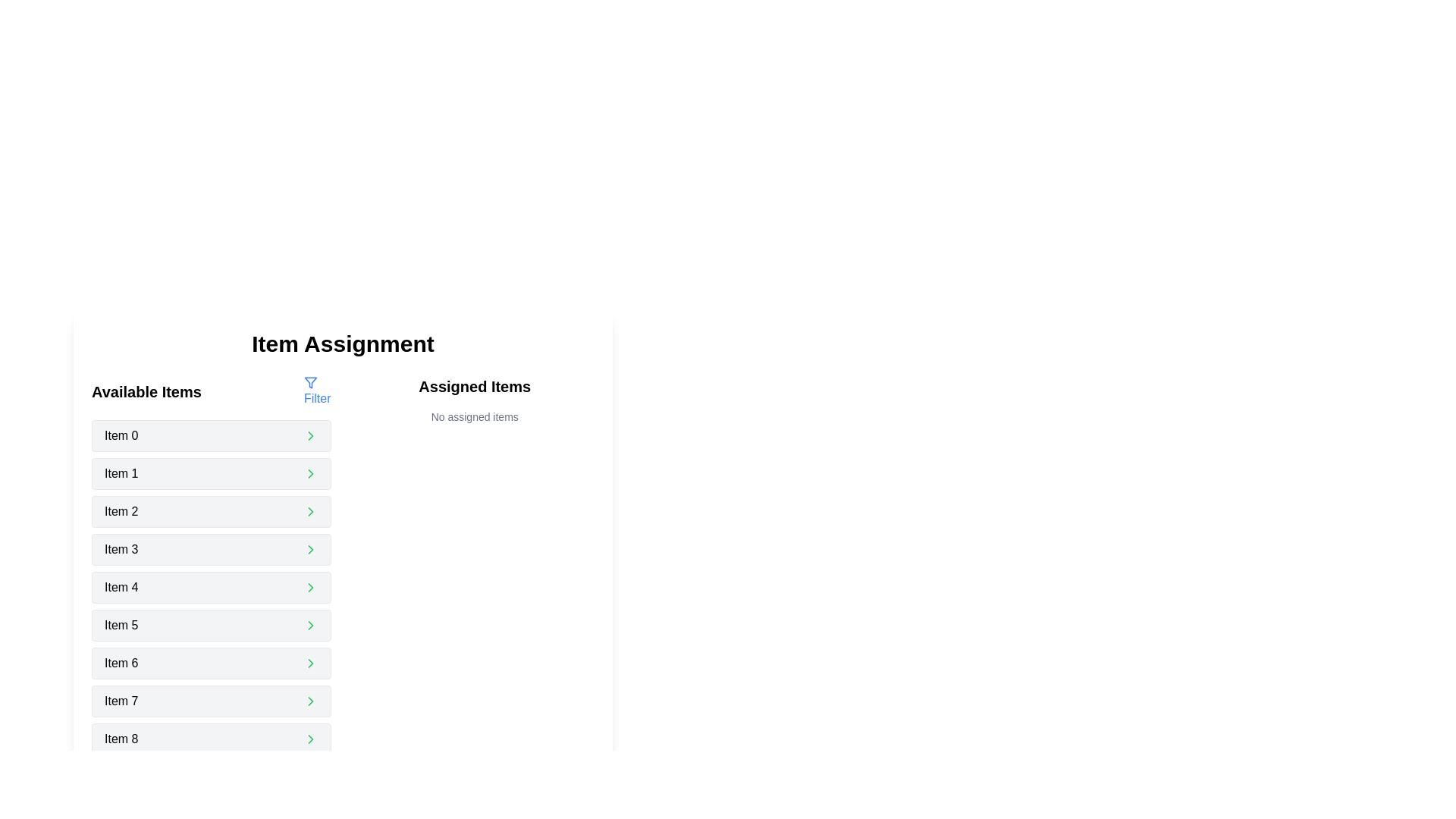  Describe the element at coordinates (309, 701) in the screenshot. I see `the small right-facing chevron arrow icon located in the 'Item 7' row under the 'Available Items' list` at that location.